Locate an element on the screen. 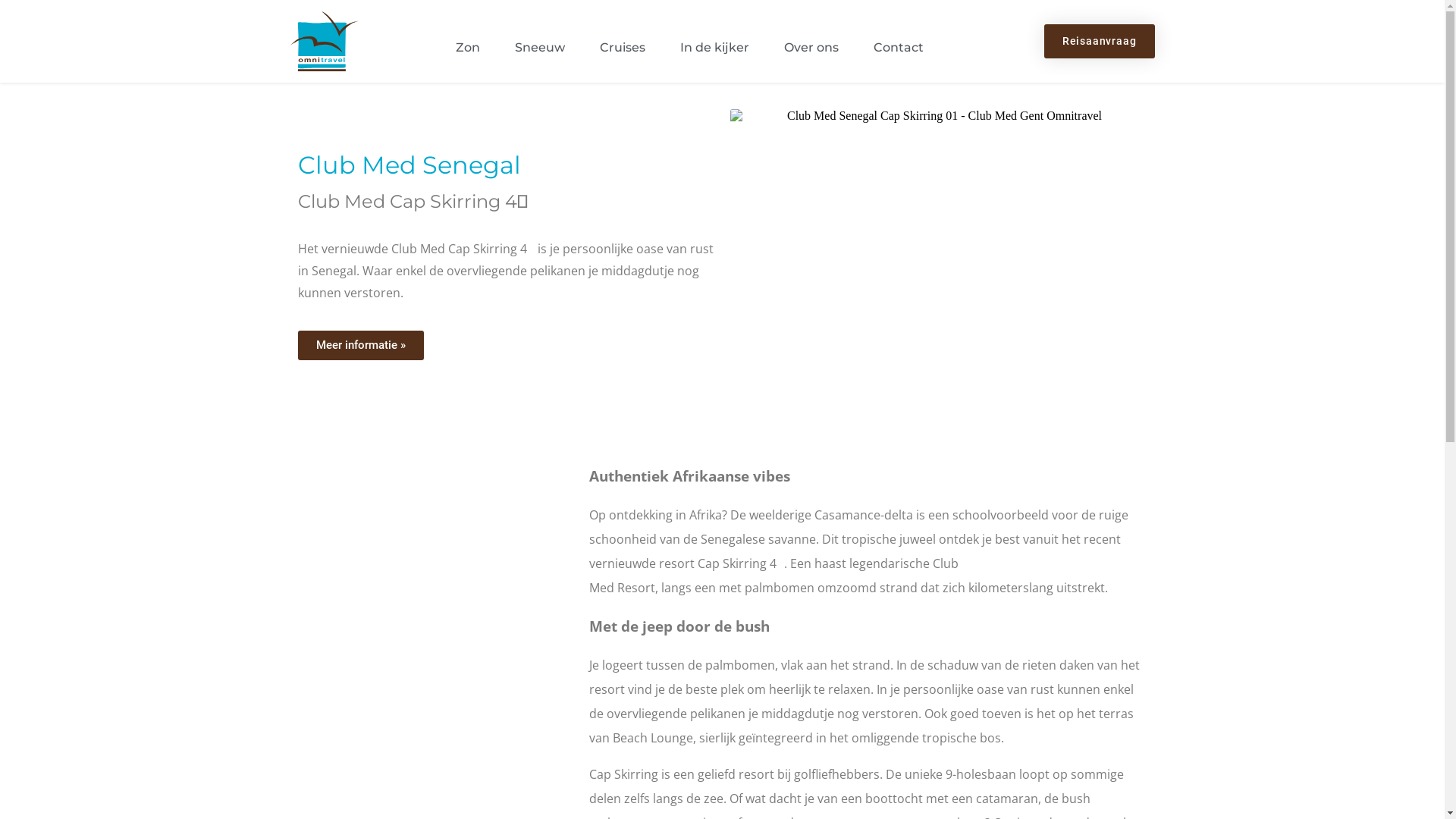  'In de kijker' is located at coordinates (713, 46).